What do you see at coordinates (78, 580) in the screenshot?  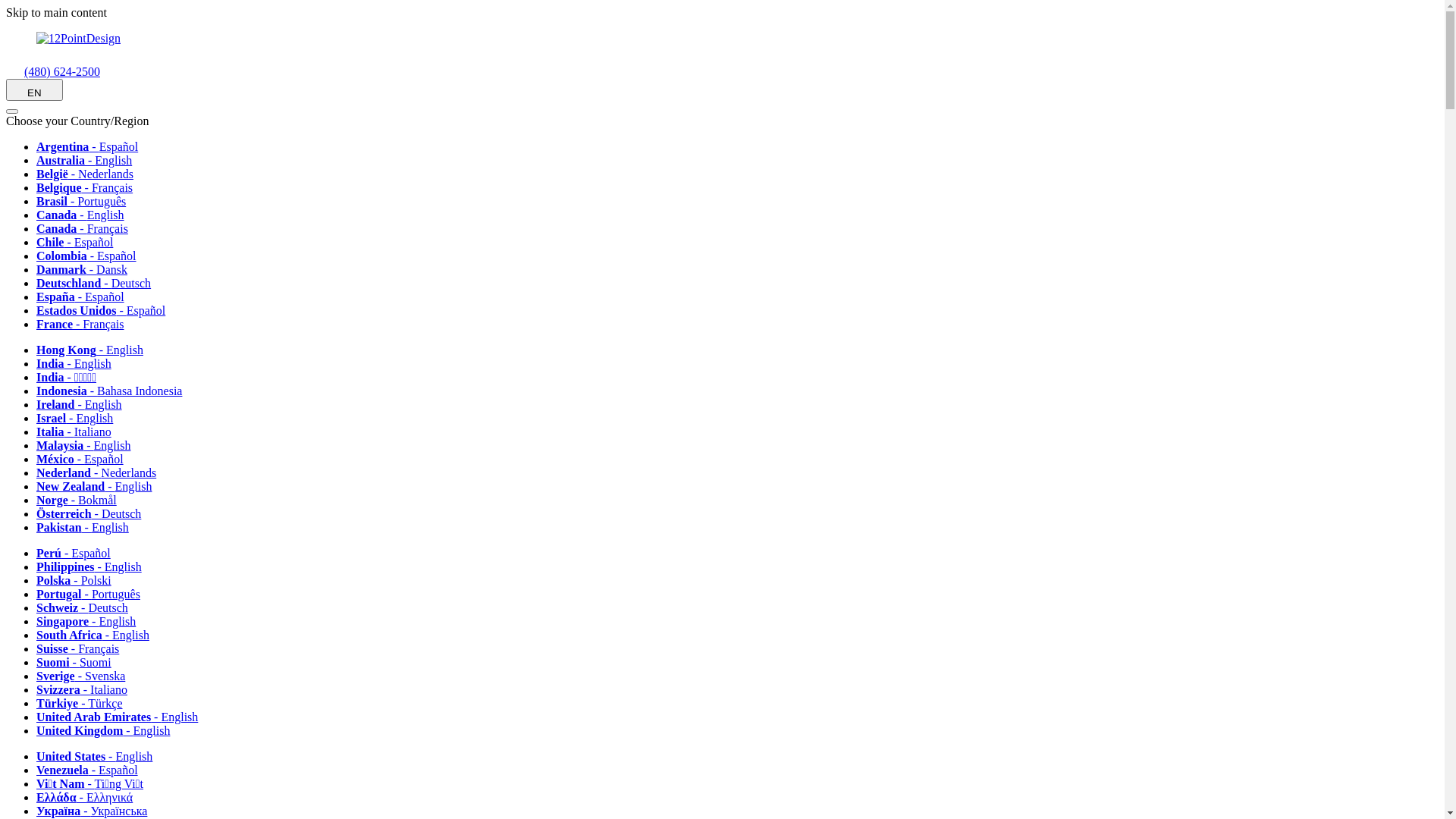 I see `'Polska - Polski'` at bounding box center [78, 580].